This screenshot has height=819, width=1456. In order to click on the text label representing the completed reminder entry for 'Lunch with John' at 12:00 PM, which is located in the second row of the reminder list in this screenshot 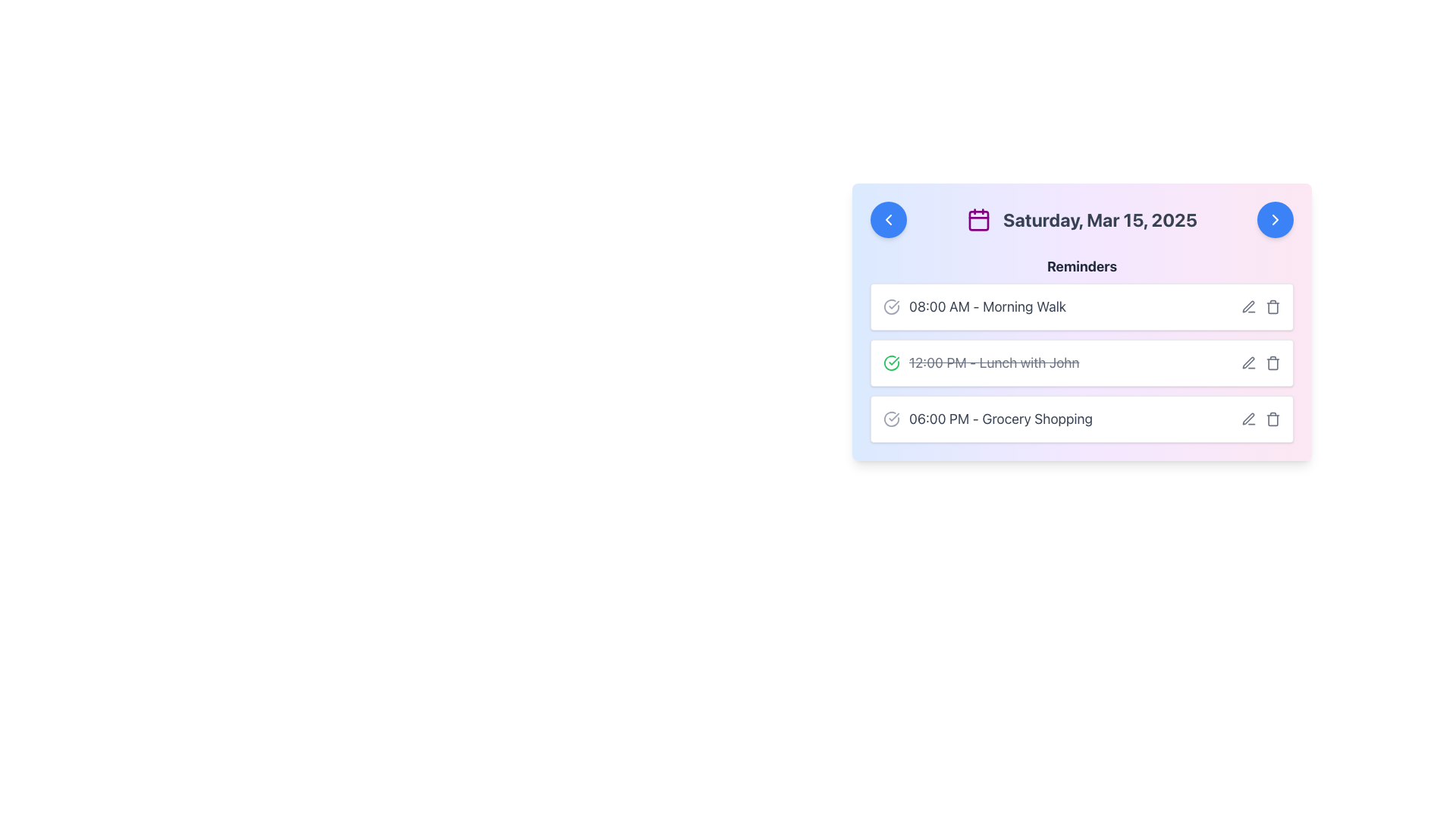, I will do `click(994, 362)`.